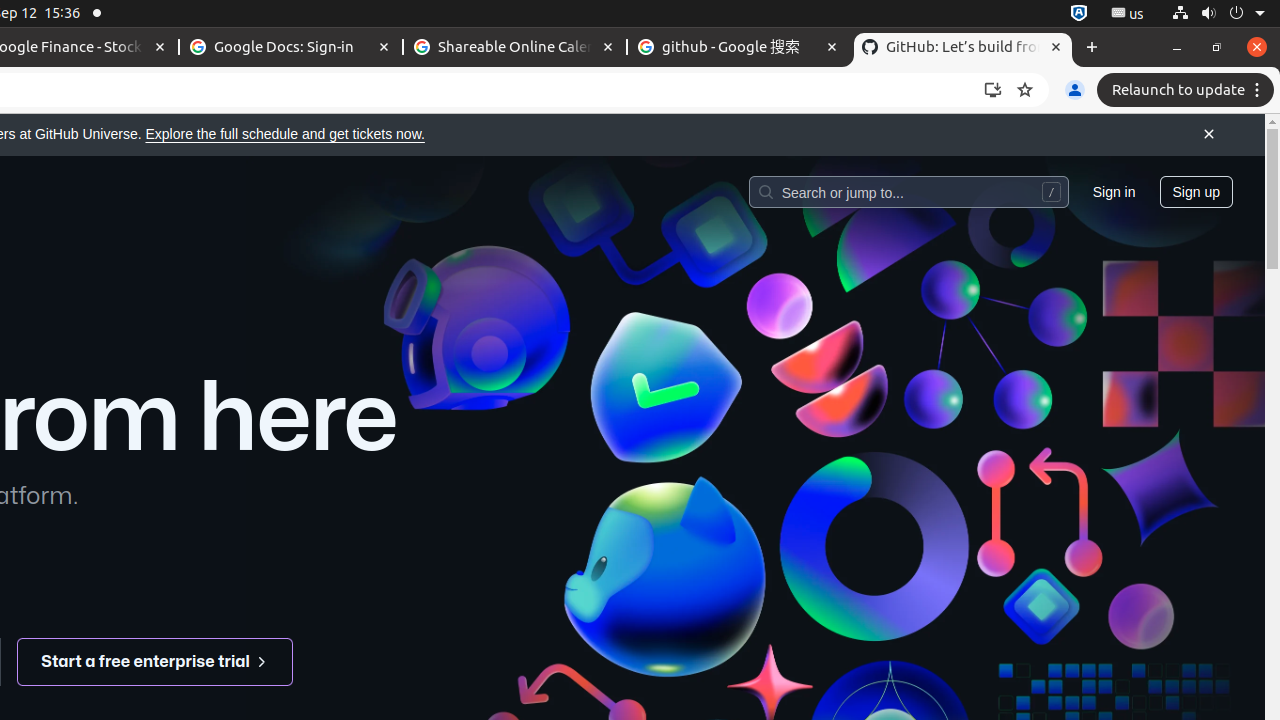 Image resolution: width=1280 pixels, height=720 pixels. What do you see at coordinates (1078, 13) in the screenshot?
I see `':1.72/StatusNotifierItem'` at bounding box center [1078, 13].